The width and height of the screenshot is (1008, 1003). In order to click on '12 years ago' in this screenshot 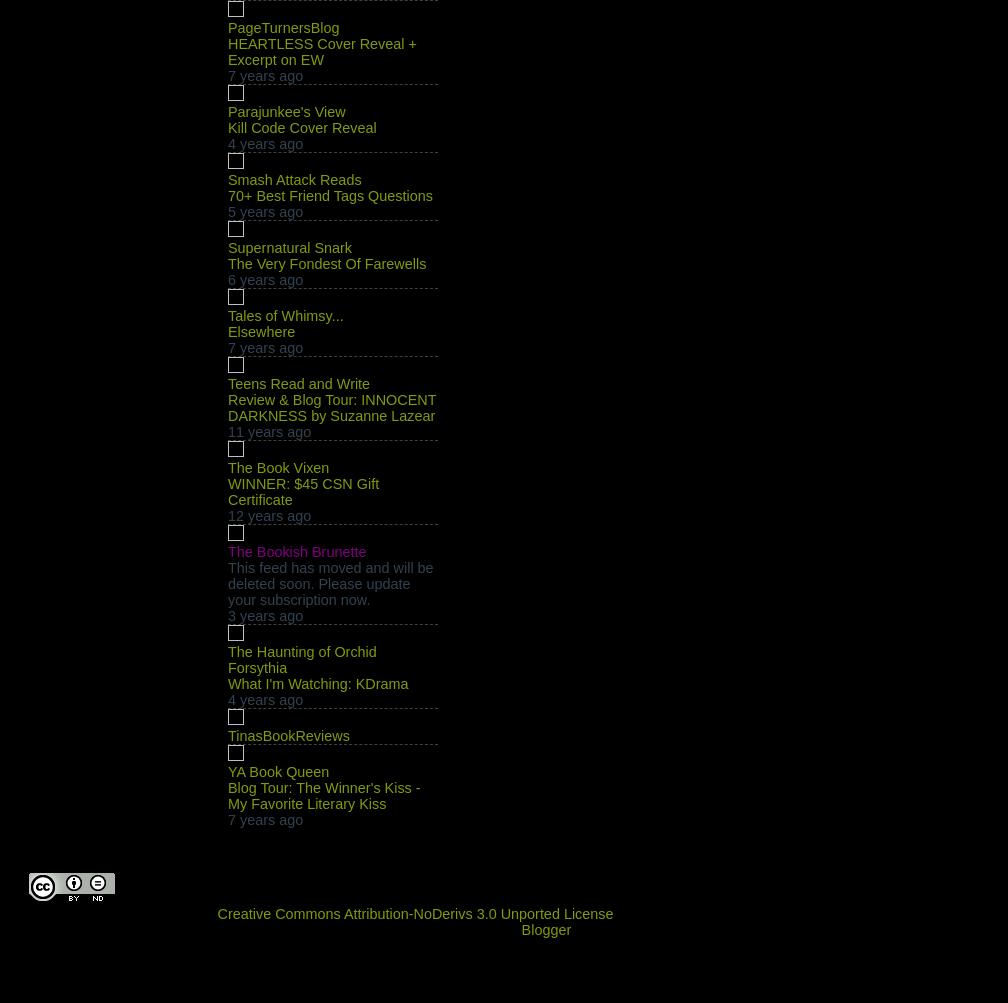, I will do `click(269, 515)`.